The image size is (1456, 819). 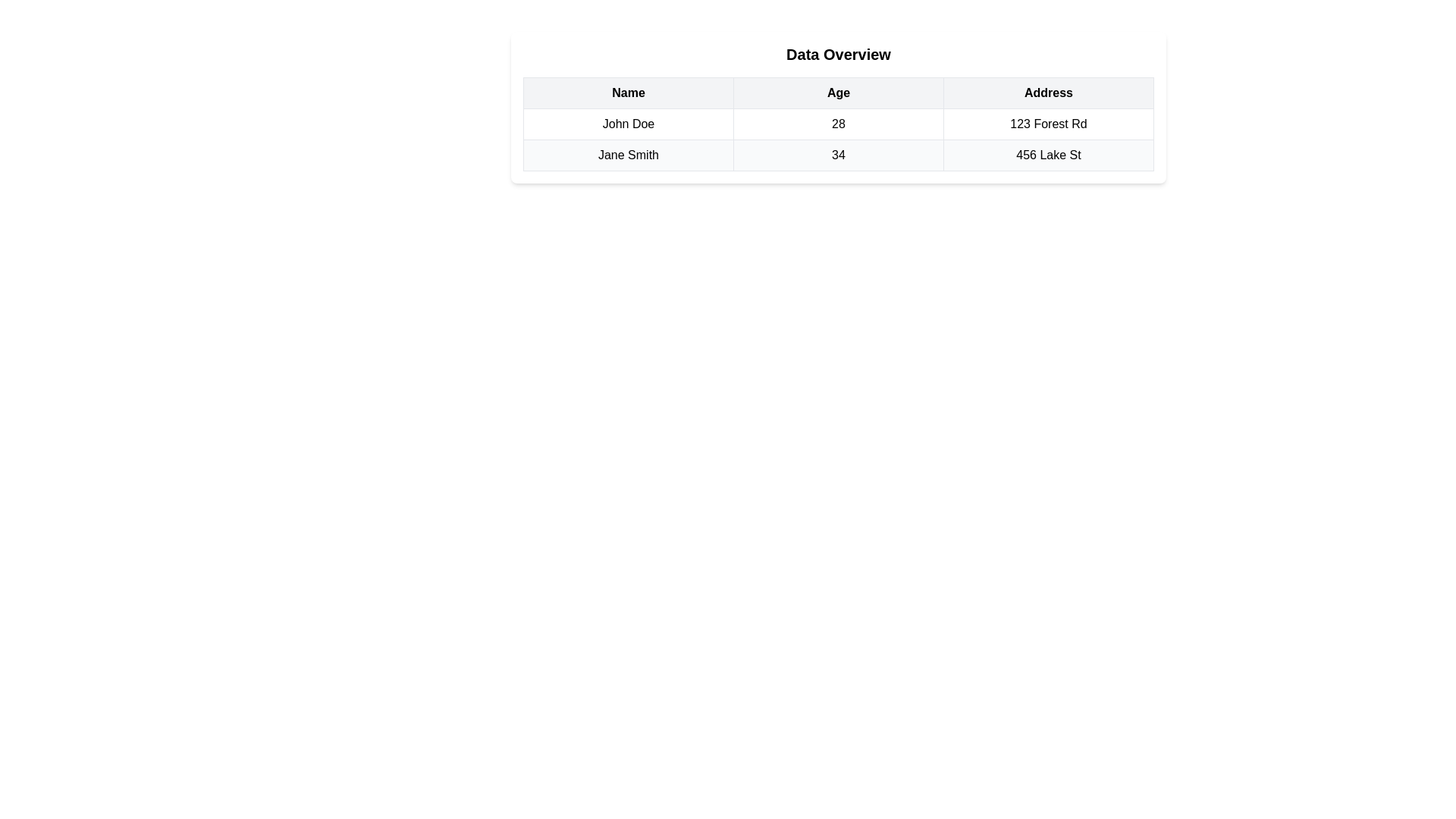 What do you see at coordinates (1047, 155) in the screenshot?
I see `the address table cell displaying information for 'Jane Smith'` at bounding box center [1047, 155].